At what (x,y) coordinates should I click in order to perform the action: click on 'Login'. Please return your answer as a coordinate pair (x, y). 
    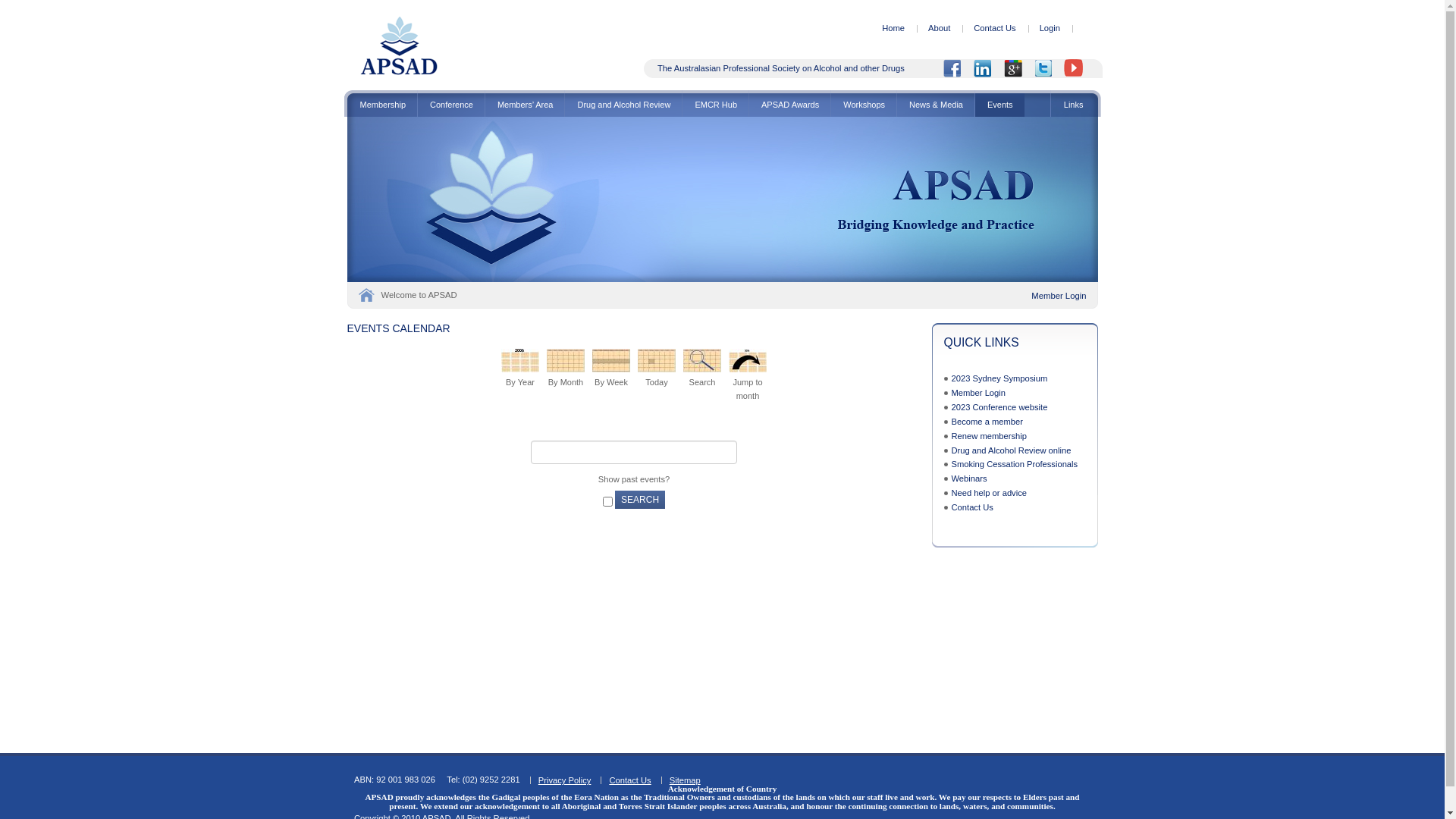
    Looking at the image, I should click on (1049, 28).